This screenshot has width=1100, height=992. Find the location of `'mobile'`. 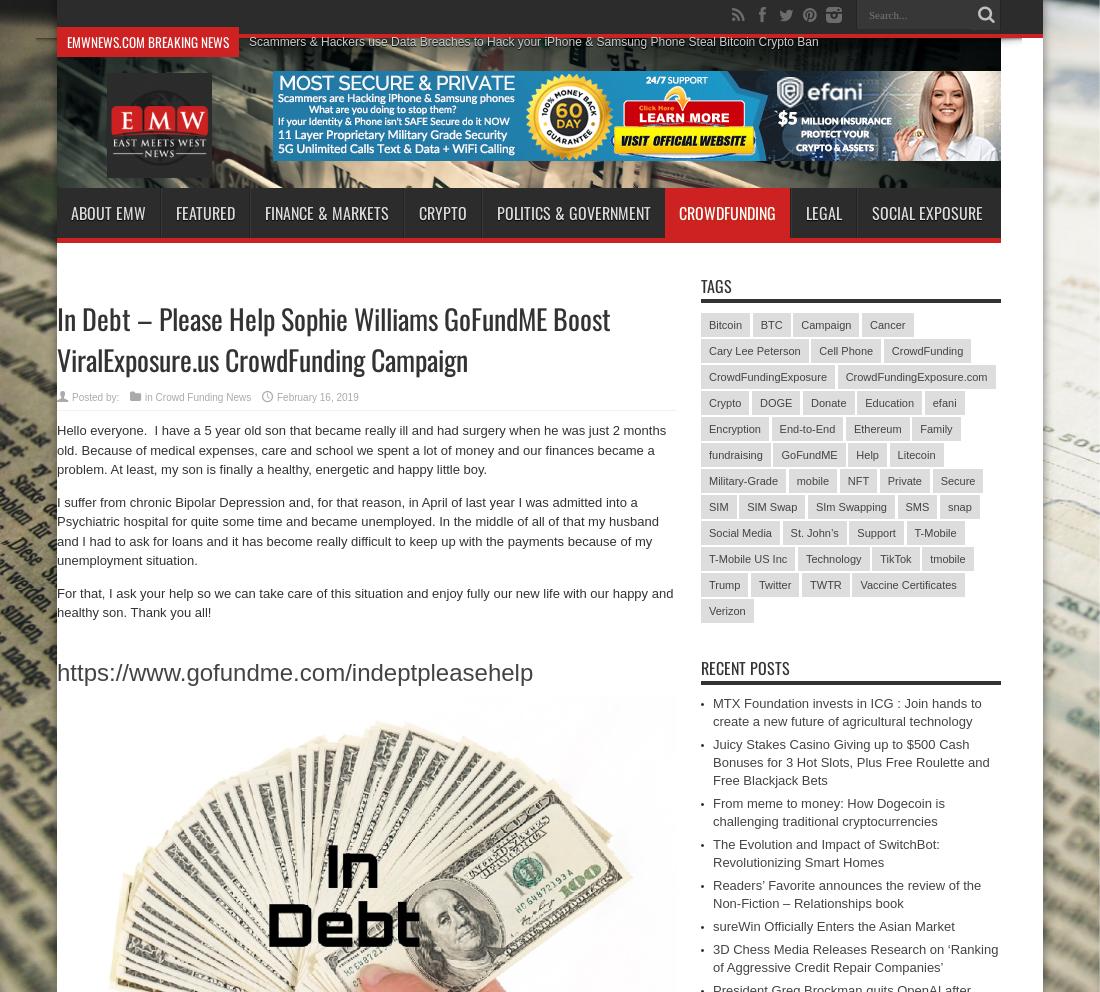

'mobile' is located at coordinates (795, 481).